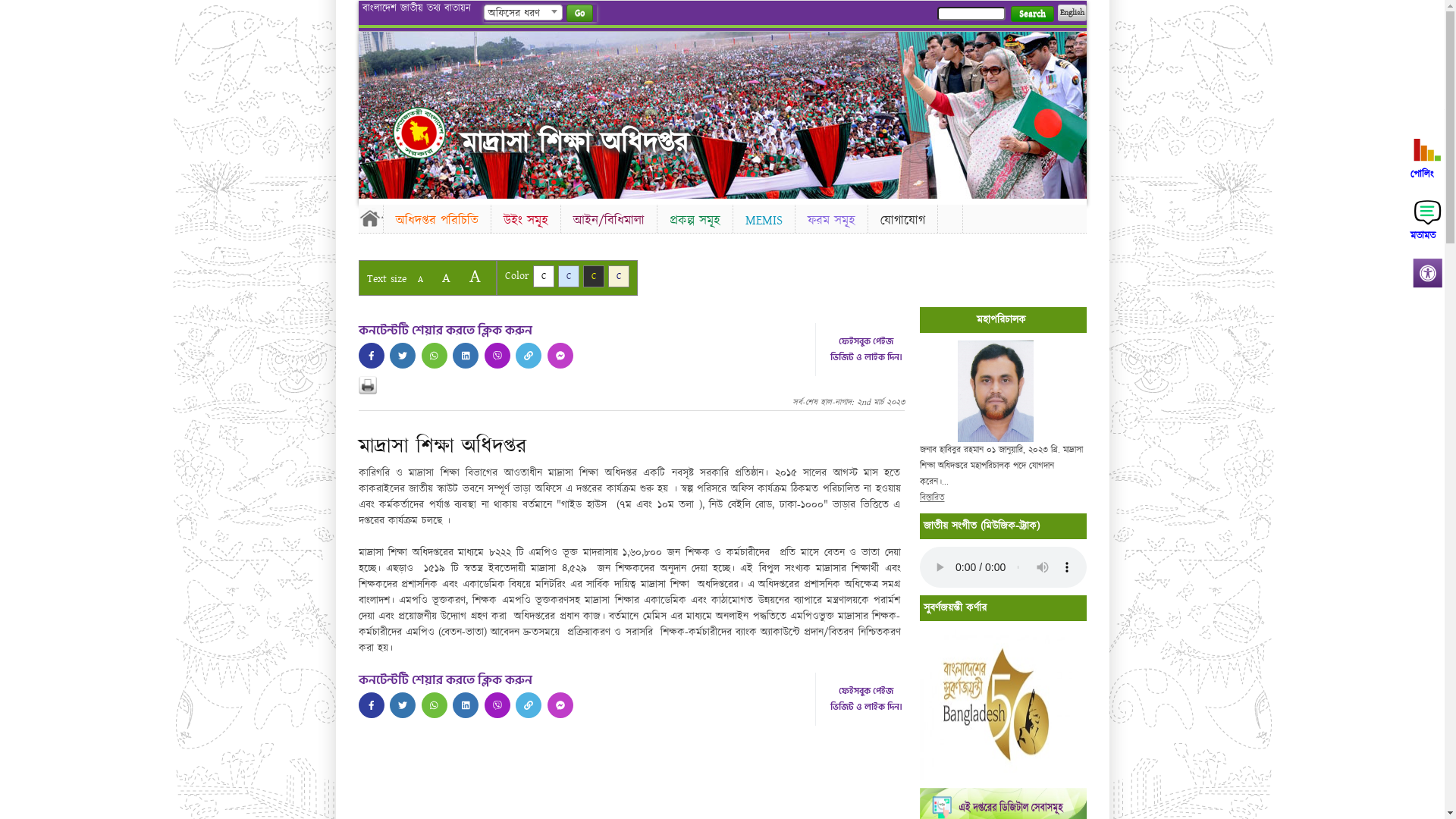 The height and width of the screenshot is (819, 1456). I want to click on ', so click(465, 356).